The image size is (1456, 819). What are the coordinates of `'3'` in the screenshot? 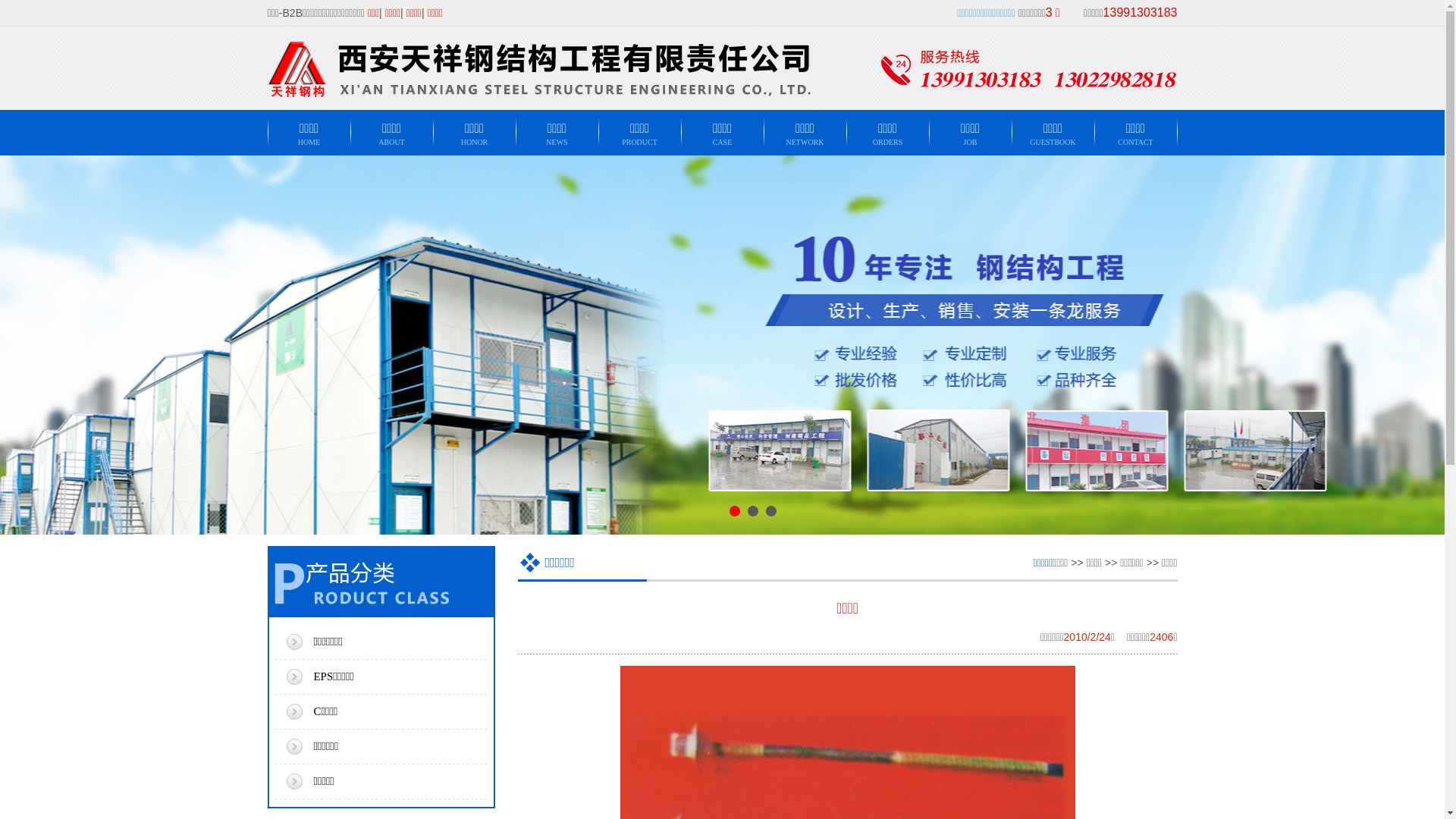 It's located at (765, 511).